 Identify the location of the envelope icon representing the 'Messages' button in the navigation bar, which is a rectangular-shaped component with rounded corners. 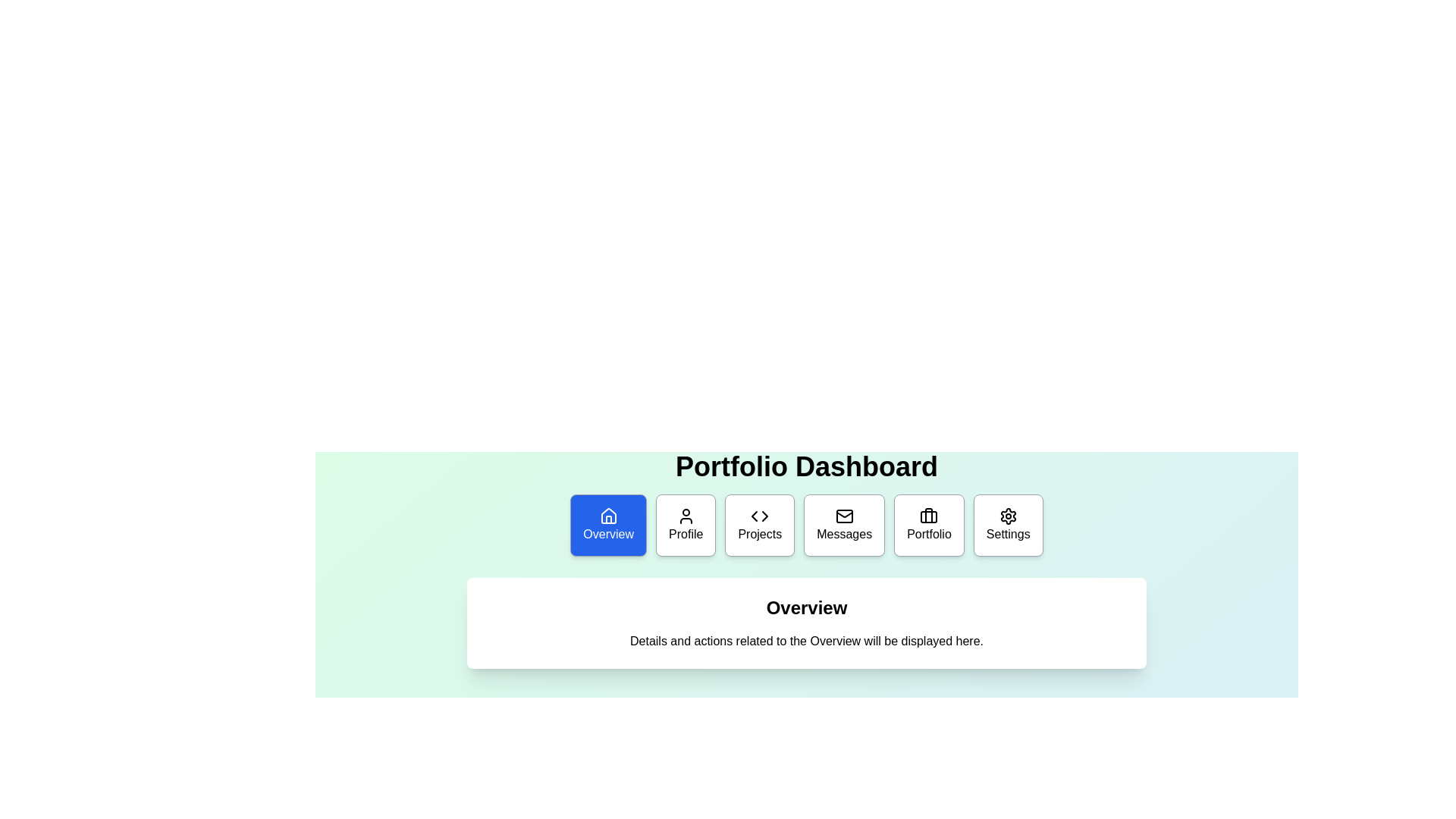
(843, 516).